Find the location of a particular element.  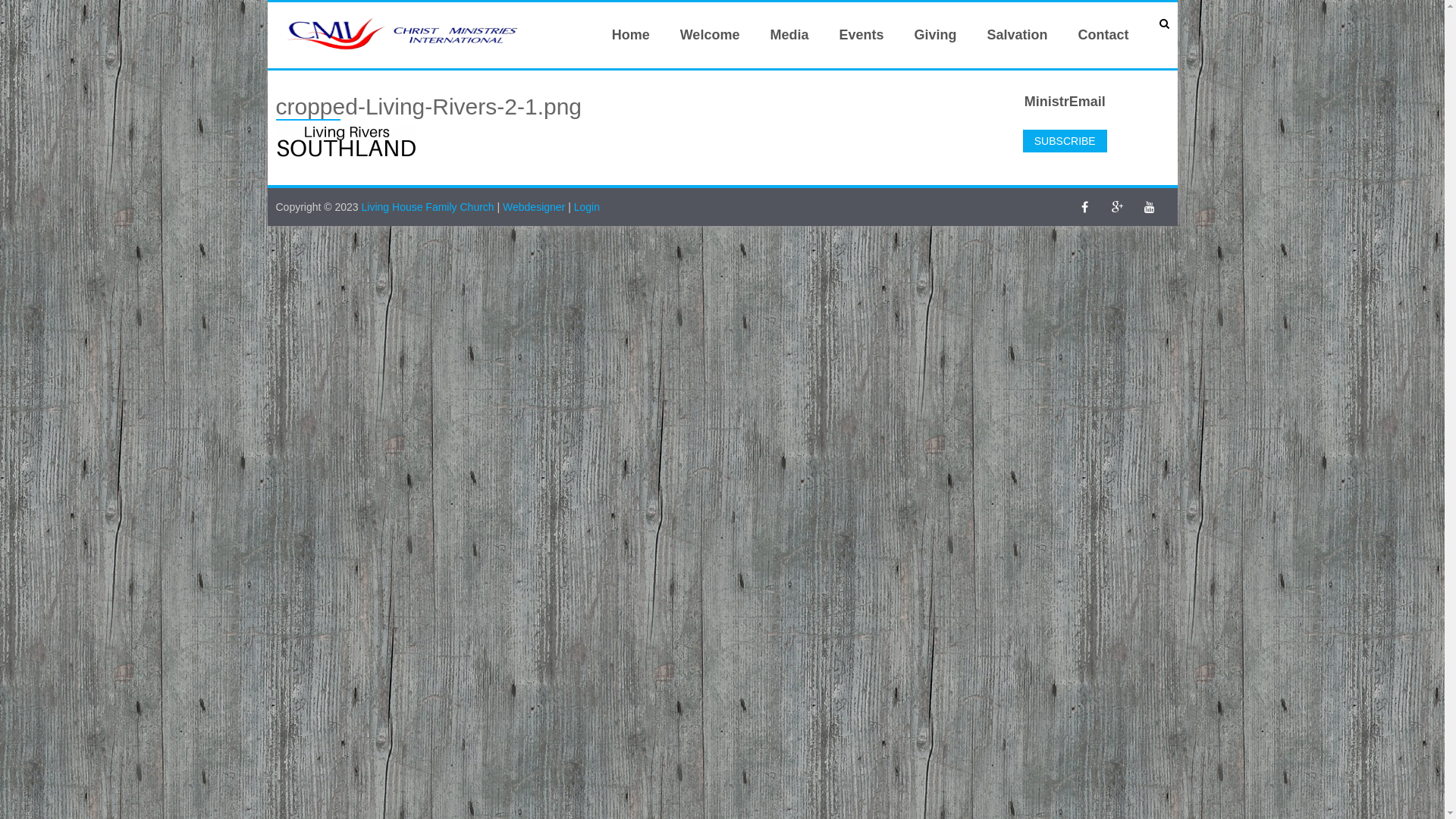

'Contact' is located at coordinates (1062, 34).